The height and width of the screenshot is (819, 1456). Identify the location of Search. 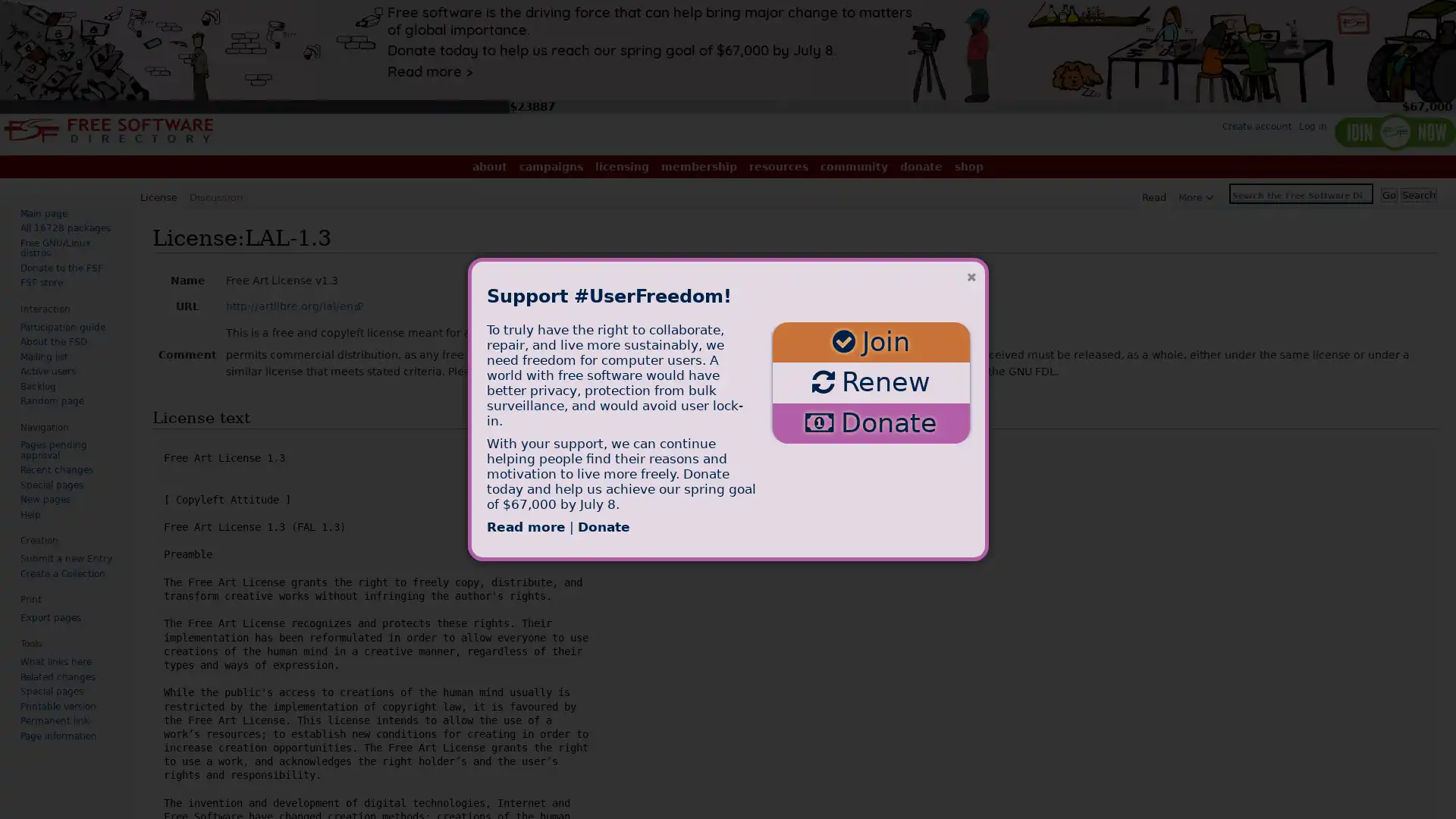
(1418, 194).